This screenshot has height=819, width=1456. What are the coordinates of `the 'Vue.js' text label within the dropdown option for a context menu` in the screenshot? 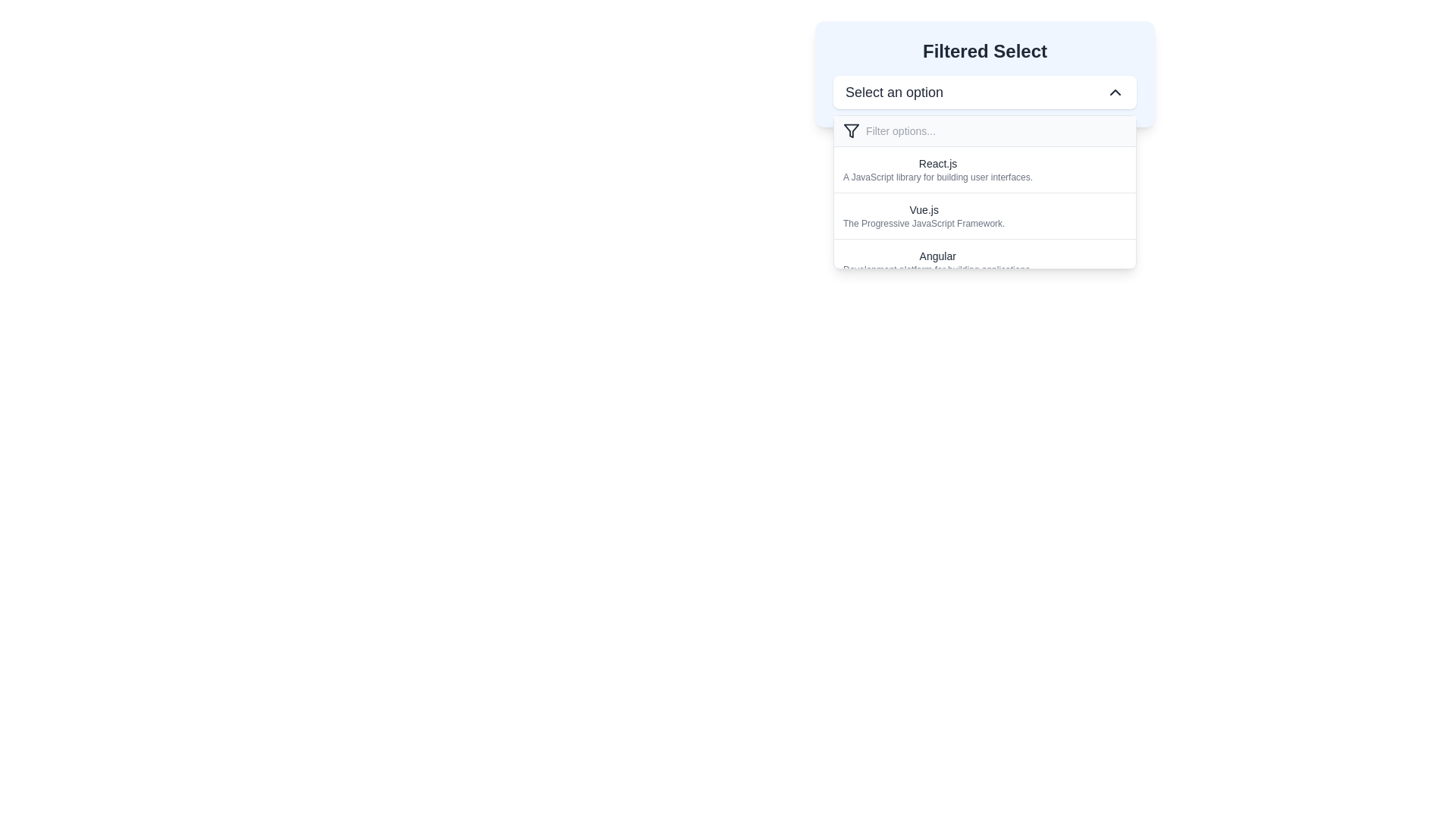 It's located at (923, 210).